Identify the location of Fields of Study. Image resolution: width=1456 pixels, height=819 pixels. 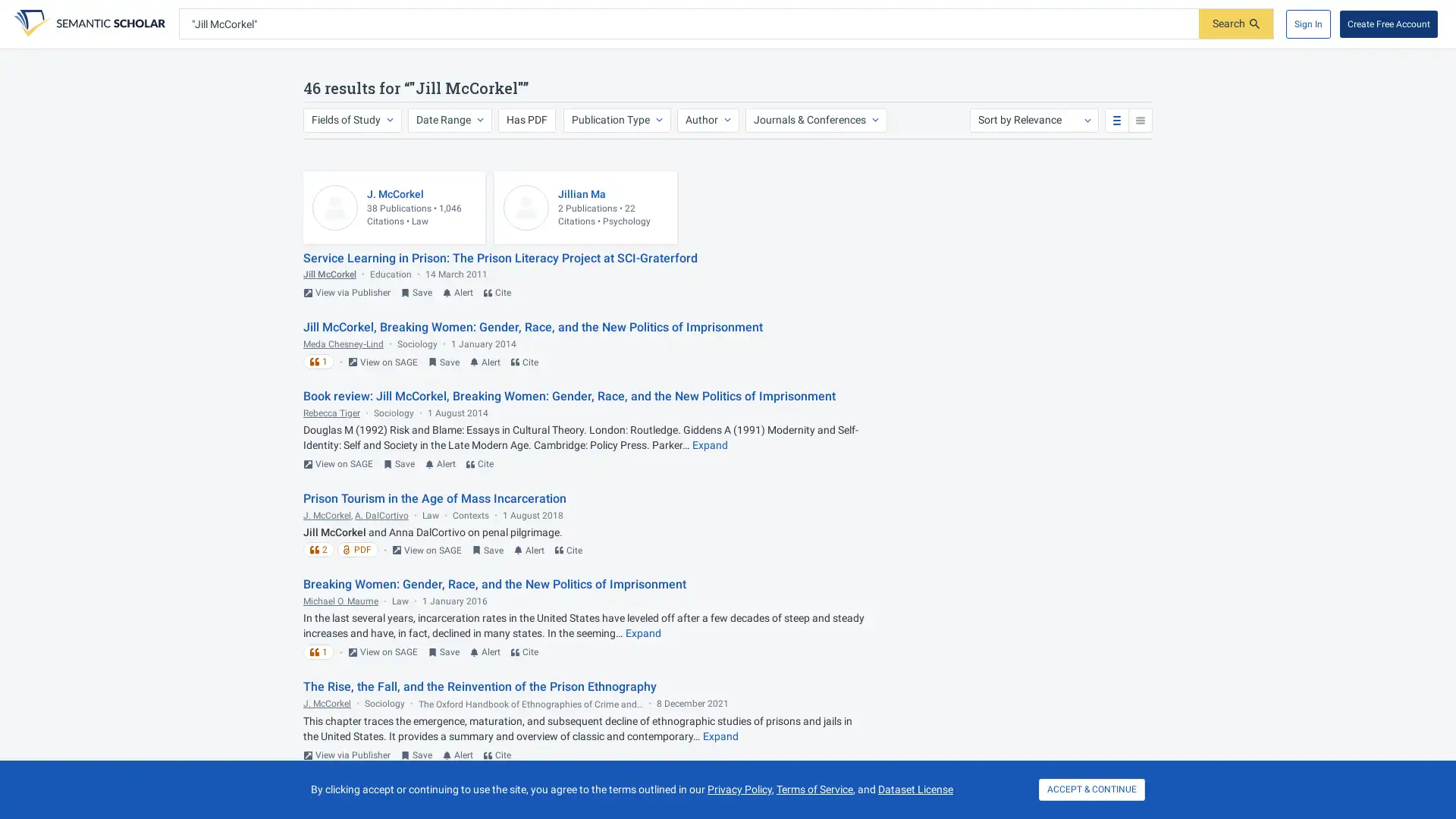
(351, 119).